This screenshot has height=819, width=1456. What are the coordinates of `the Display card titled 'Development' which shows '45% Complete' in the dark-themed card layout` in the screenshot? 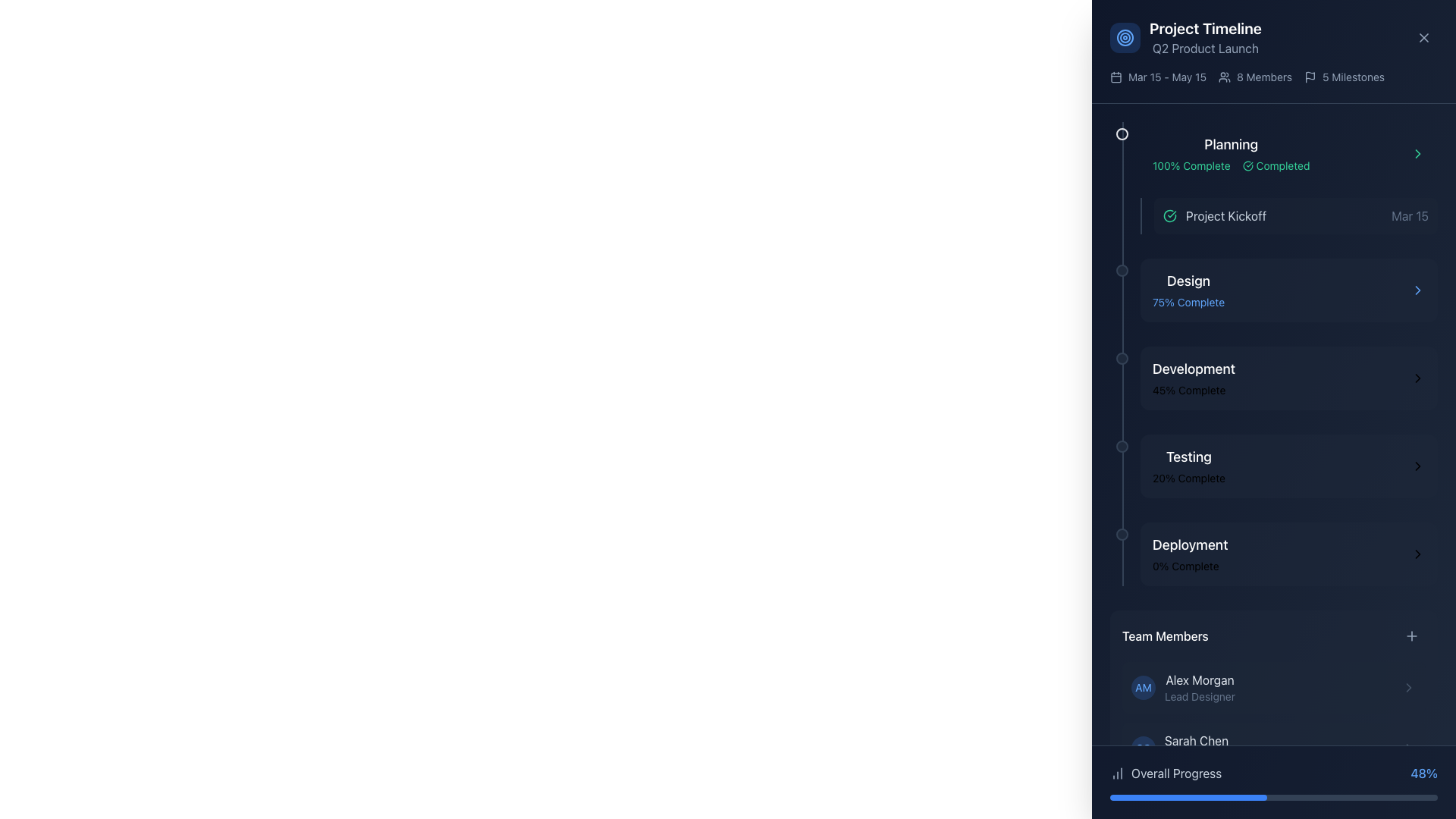 It's located at (1274, 377).